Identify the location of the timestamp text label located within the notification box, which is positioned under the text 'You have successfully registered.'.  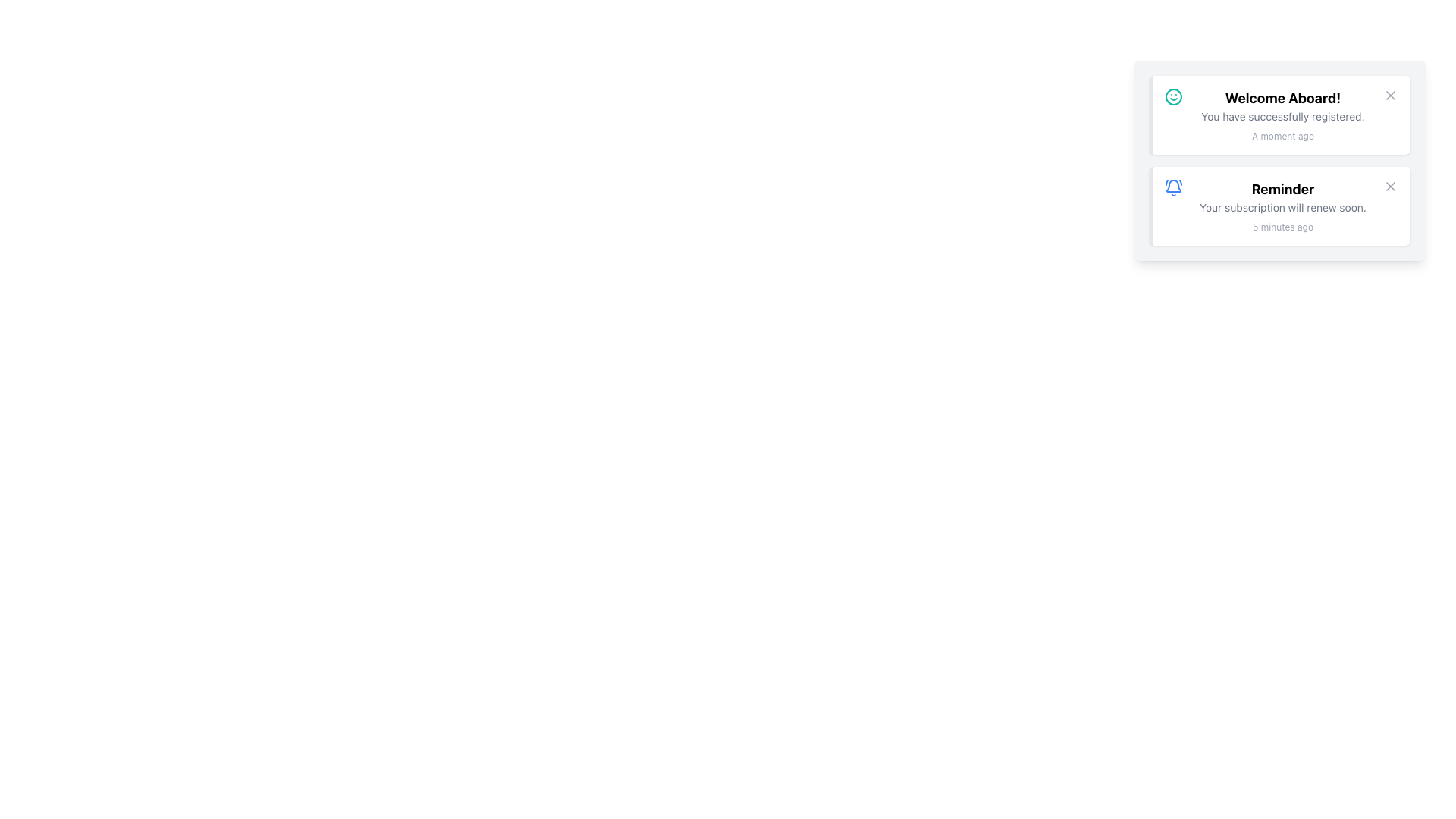
(1282, 136).